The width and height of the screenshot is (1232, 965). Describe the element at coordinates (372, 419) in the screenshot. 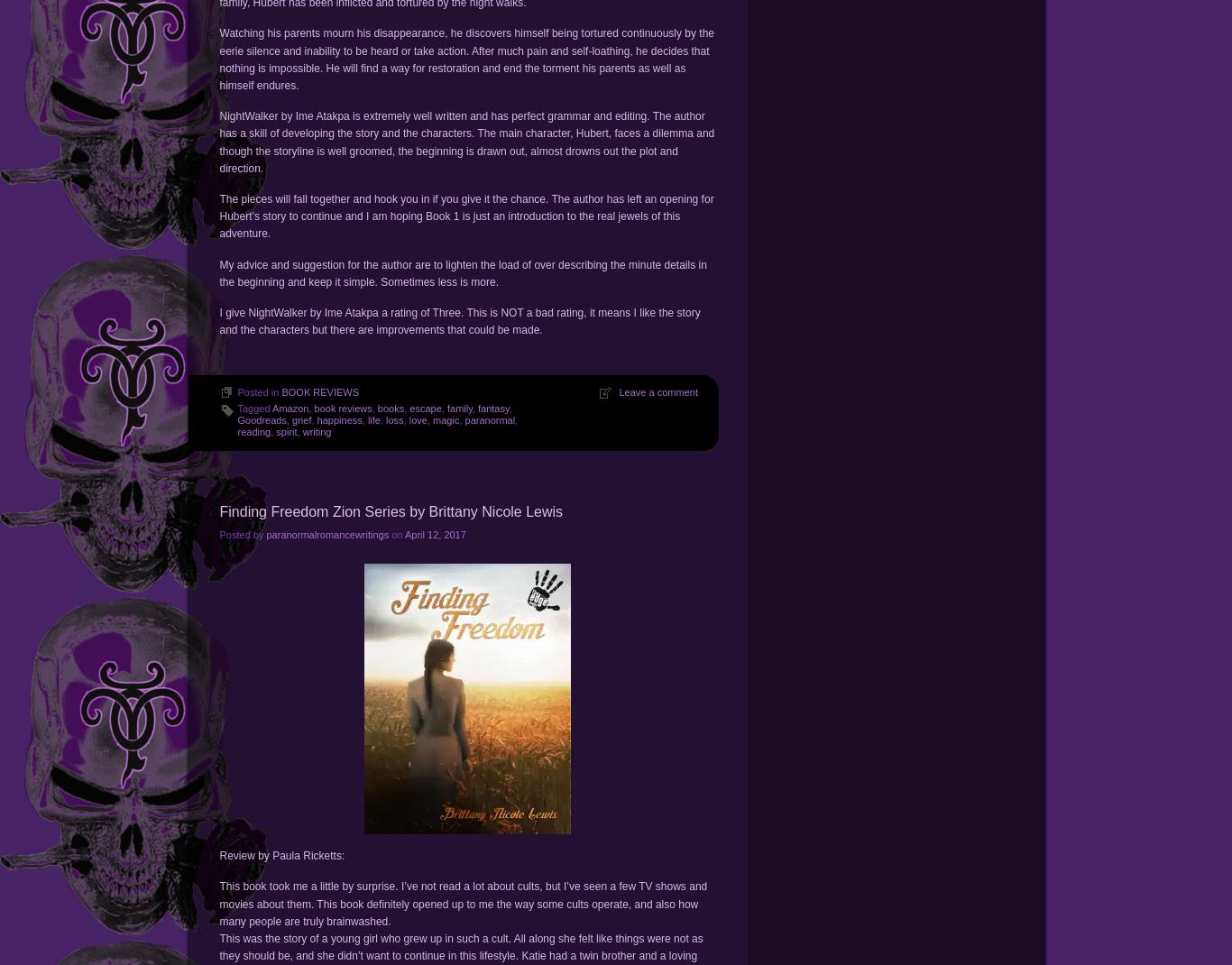

I see `'life'` at that location.